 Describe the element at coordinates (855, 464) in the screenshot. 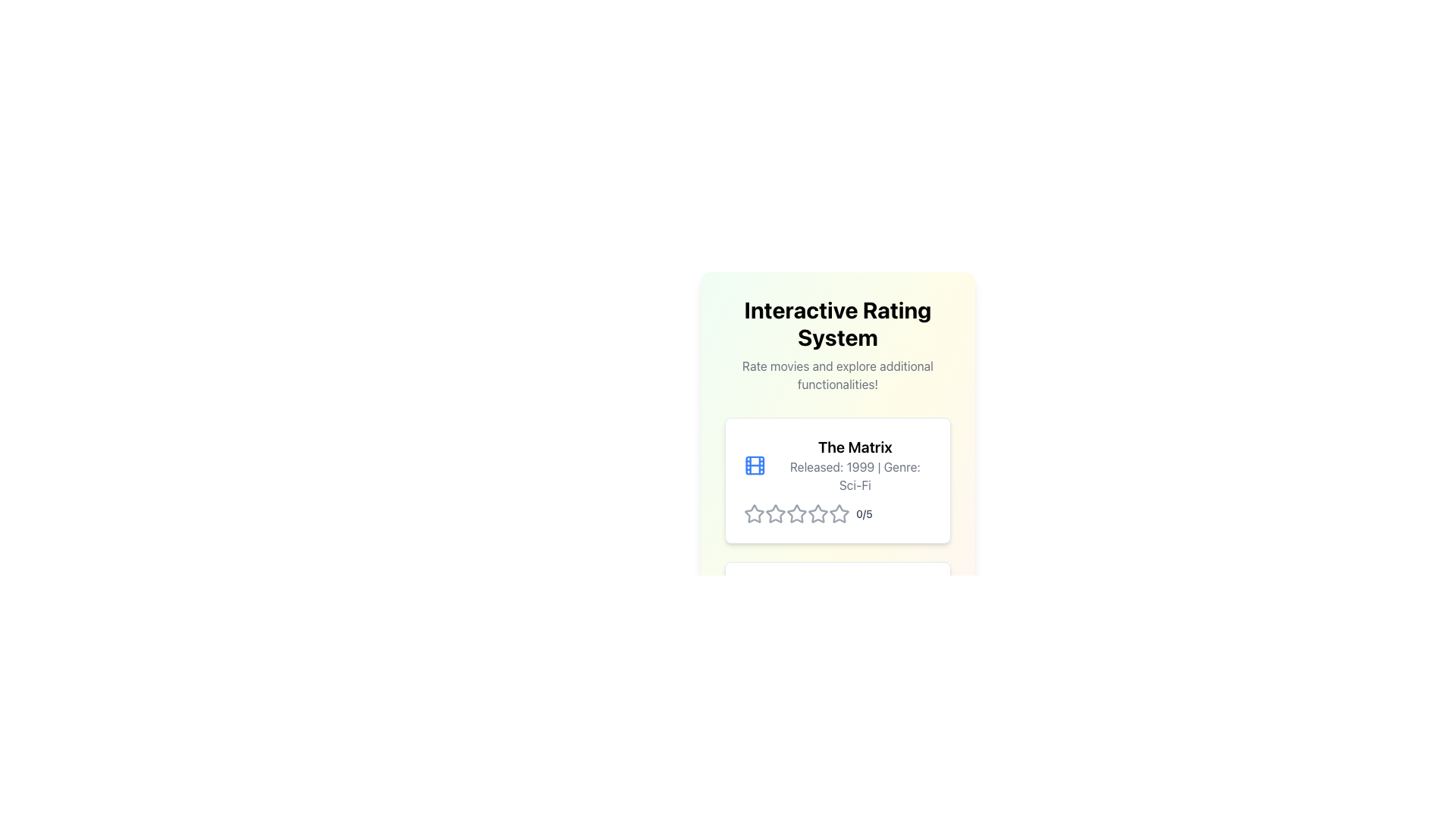

I see `the static text display showing information about the movie 'The Matrix', which includes the title in bold and details about the release year and genre` at that location.